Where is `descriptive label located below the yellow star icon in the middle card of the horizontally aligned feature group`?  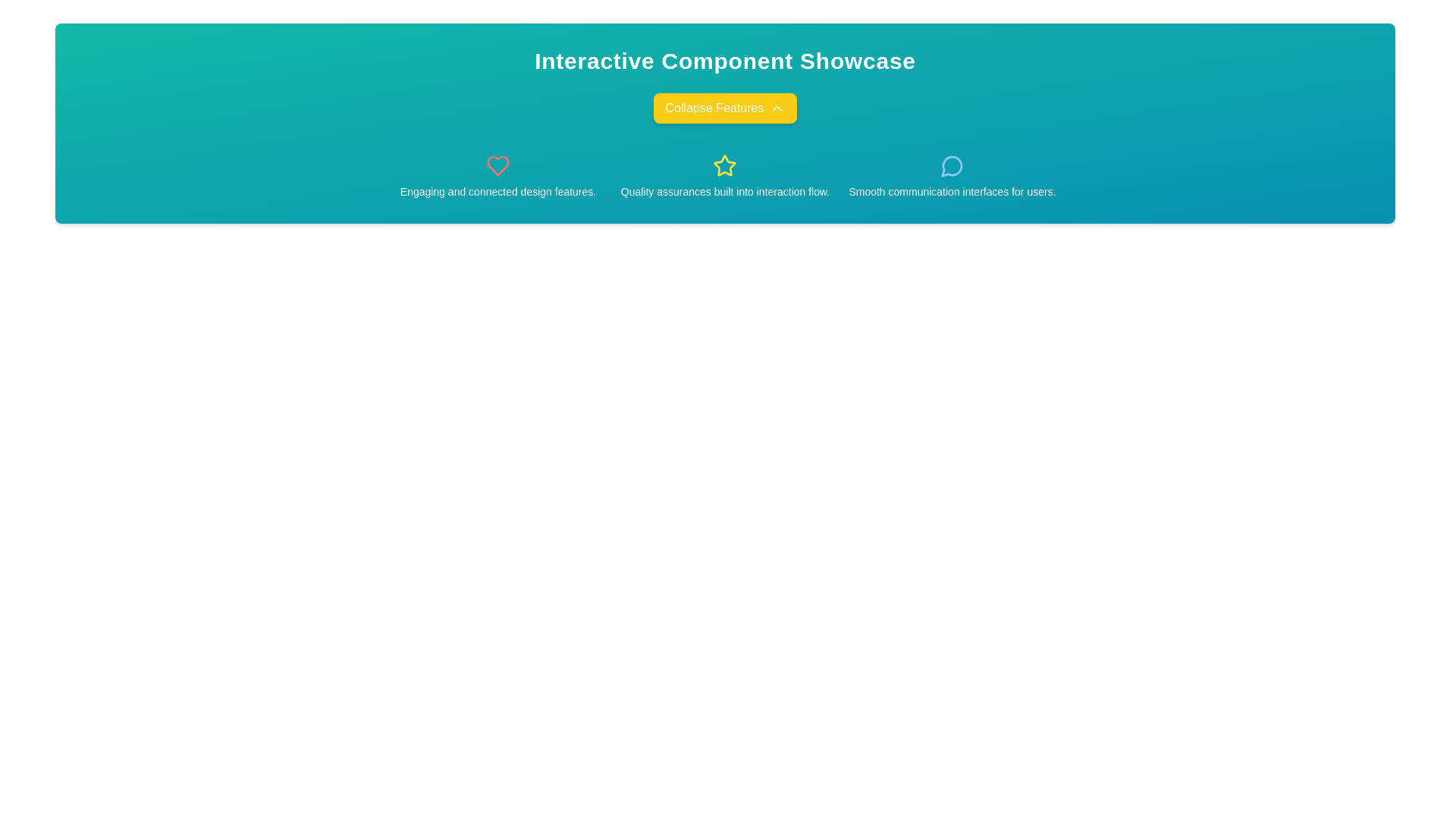 descriptive label located below the yellow star icon in the middle card of the horizontally aligned feature group is located at coordinates (724, 191).